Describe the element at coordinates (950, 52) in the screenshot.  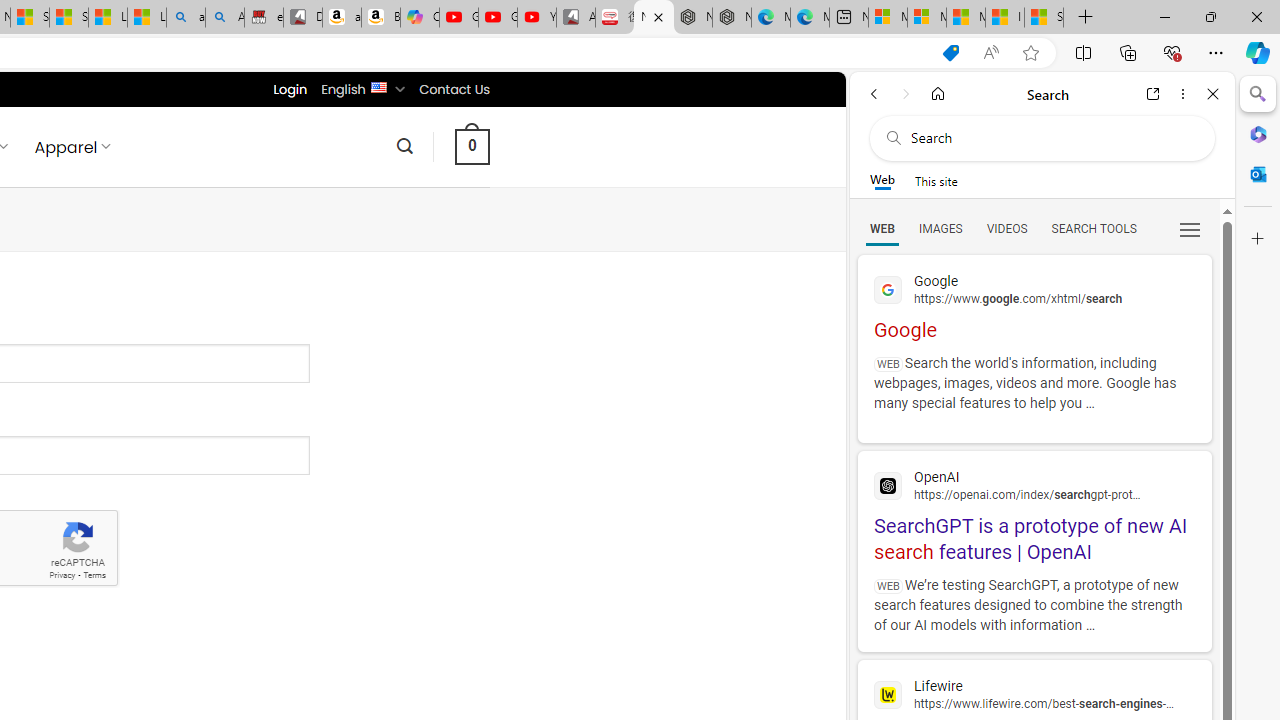
I see `'This site has coupons! Shopping in Microsoft Edge'` at that location.